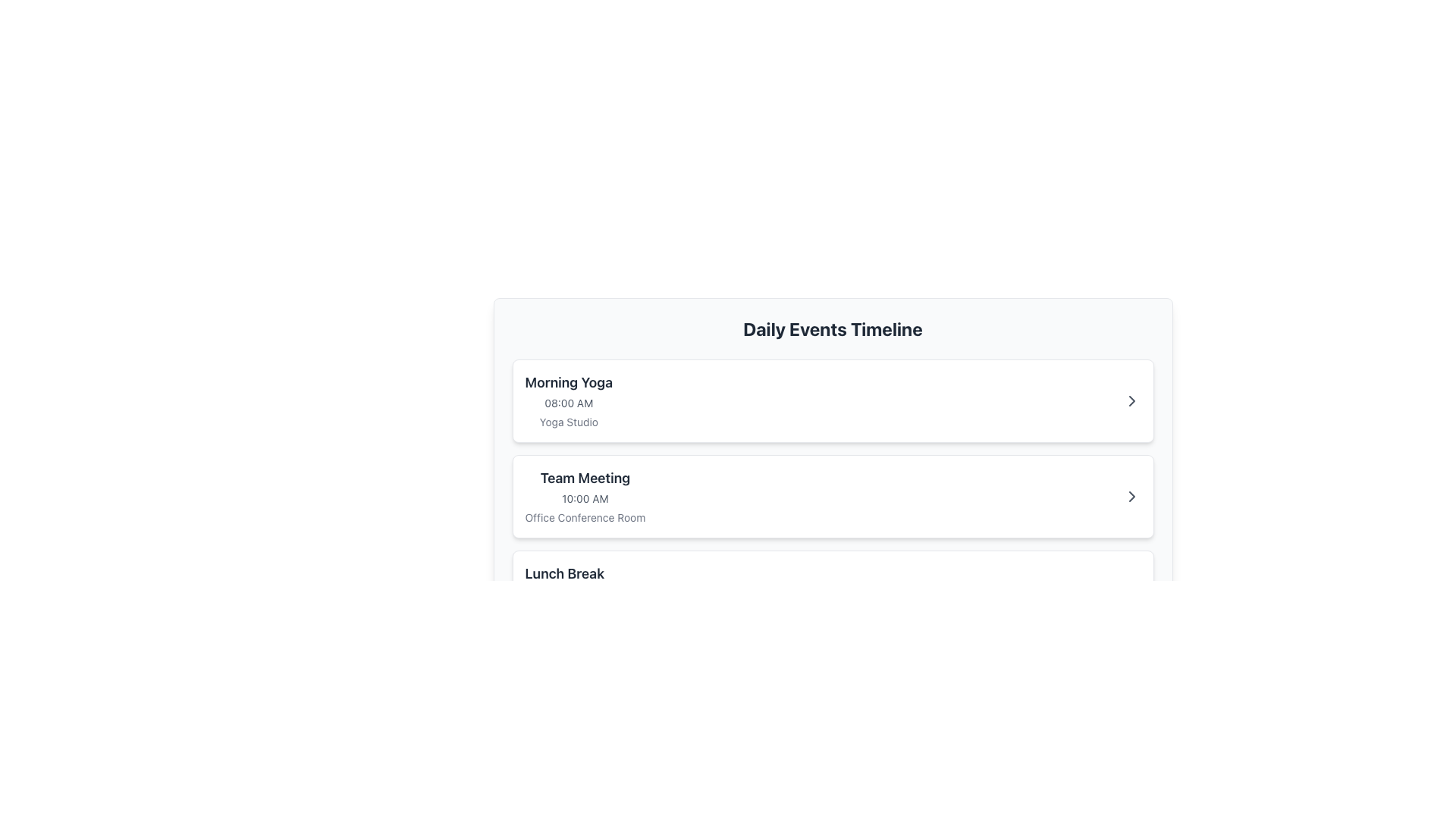 The height and width of the screenshot is (819, 1456). I want to click on the informational text block that provides details about the first scheduled event in the daily events list, so click(567, 400).